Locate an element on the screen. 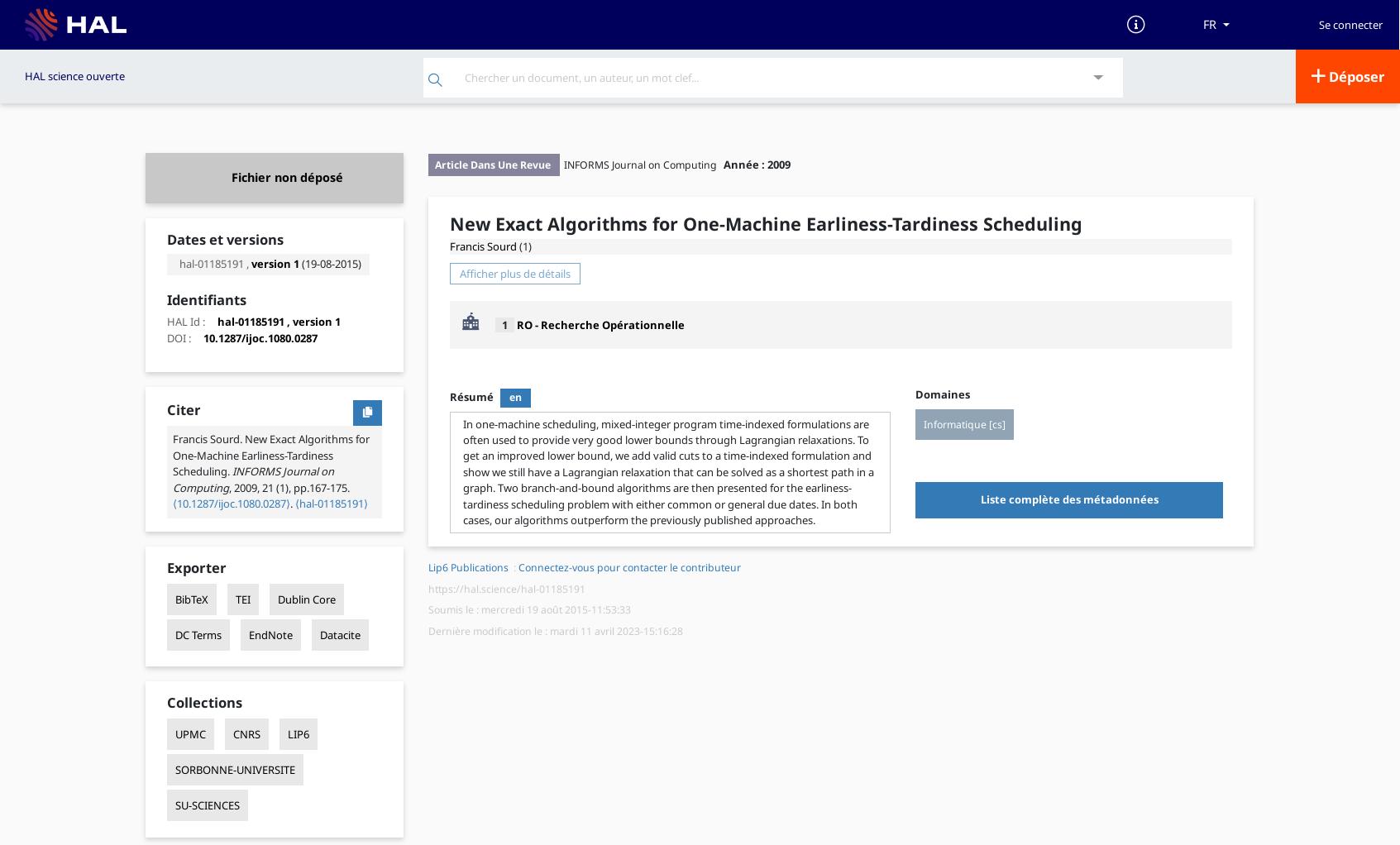  'EndNote' is located at coordinates (269, 633).